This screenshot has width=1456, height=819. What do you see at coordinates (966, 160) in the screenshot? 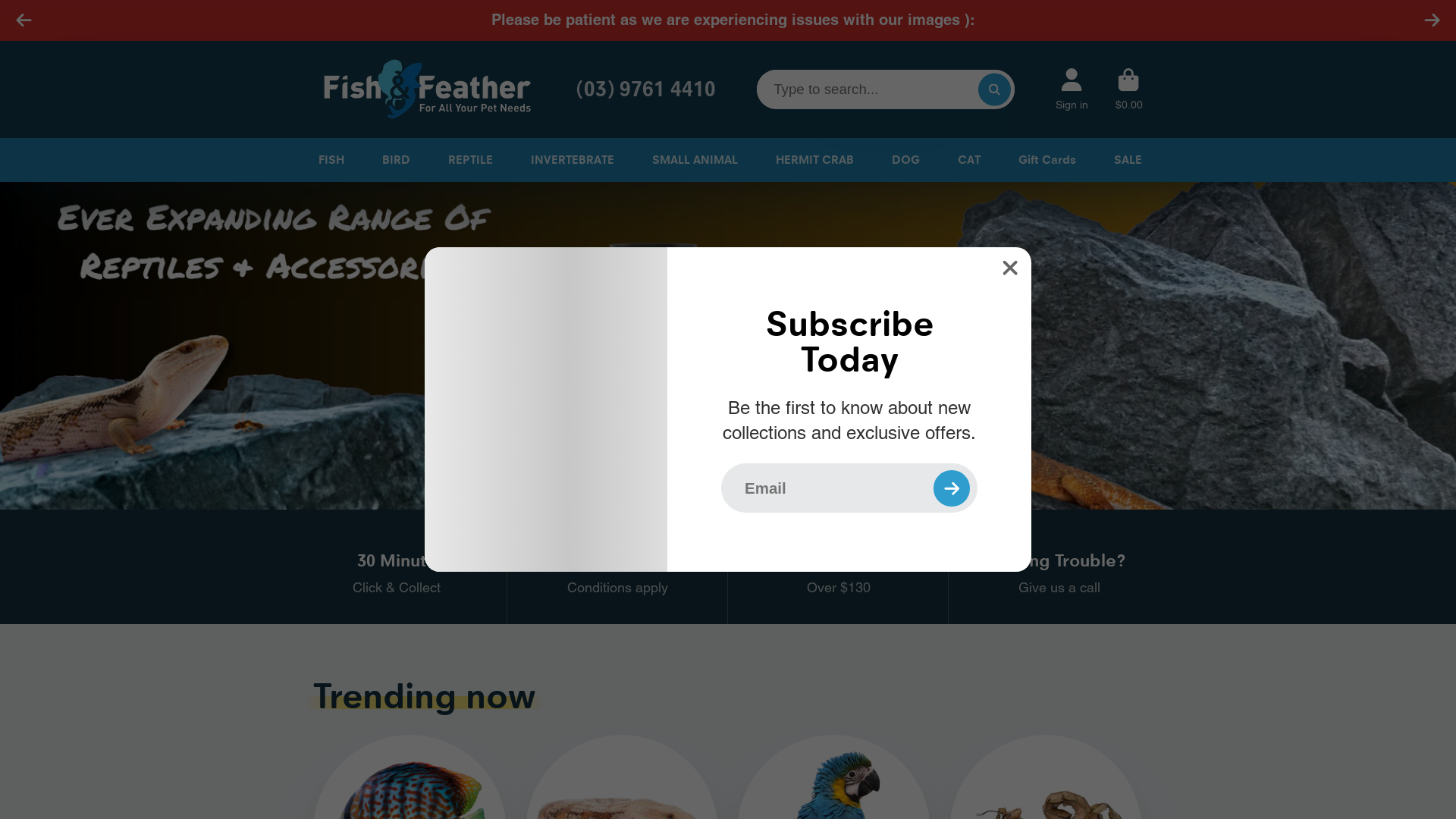
I see `'CAT'` at bounding box center [966, 160].